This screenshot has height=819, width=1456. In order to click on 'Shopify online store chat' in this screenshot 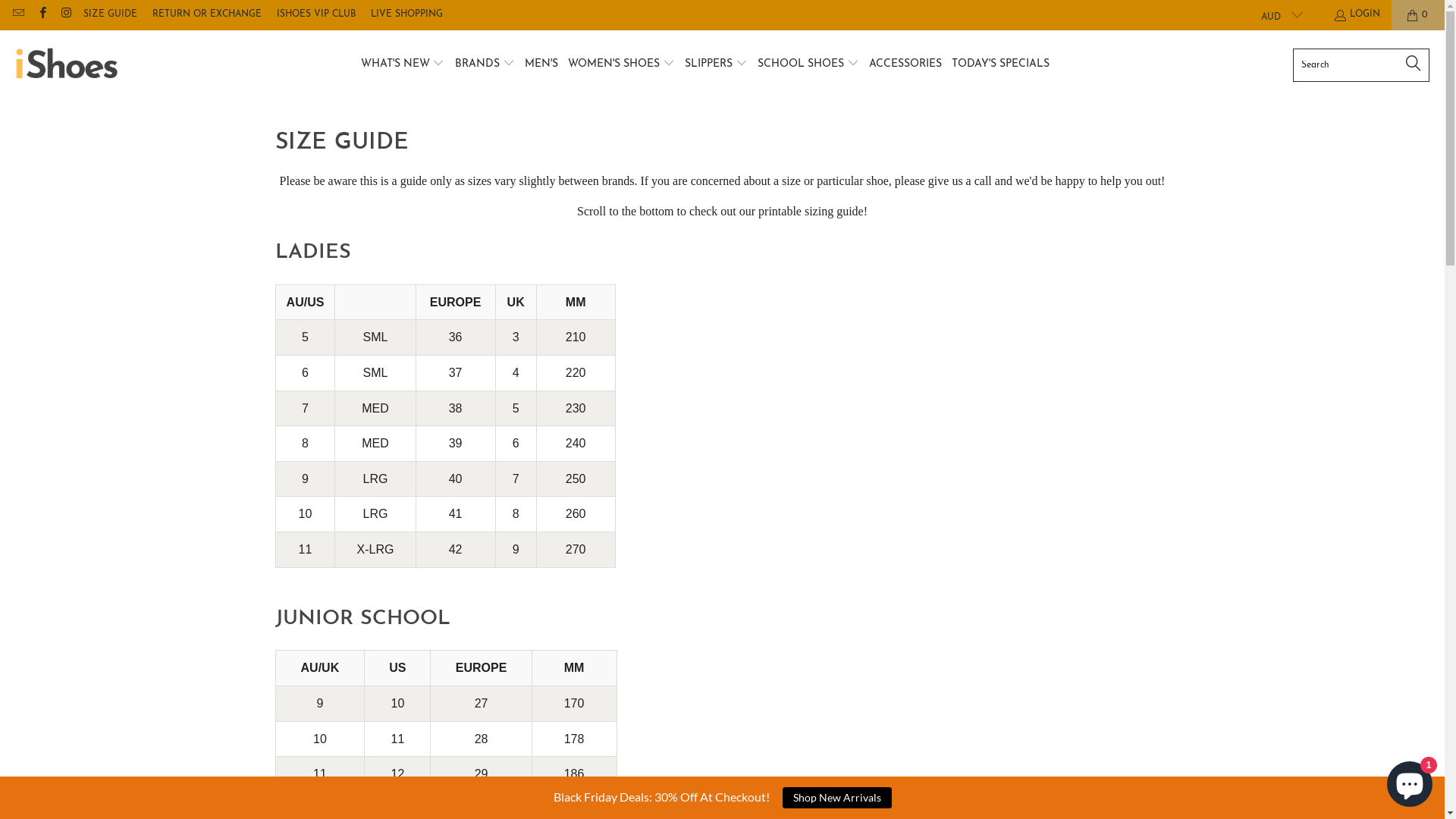, I will do `click(1408, 780)`.